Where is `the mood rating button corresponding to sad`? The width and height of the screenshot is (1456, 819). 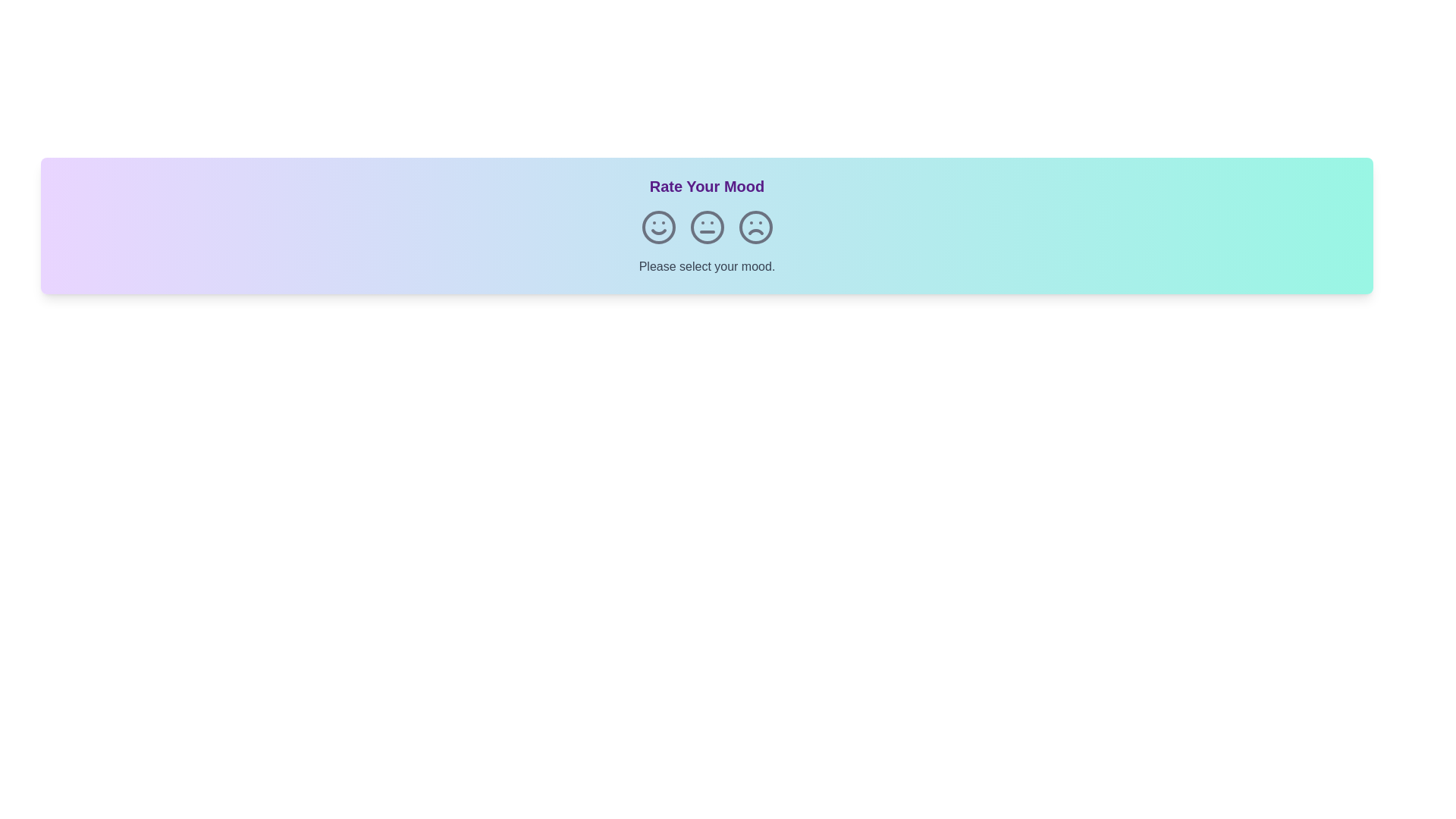 the mood rating button corresponding to sad is located at coordinates (755, 227).